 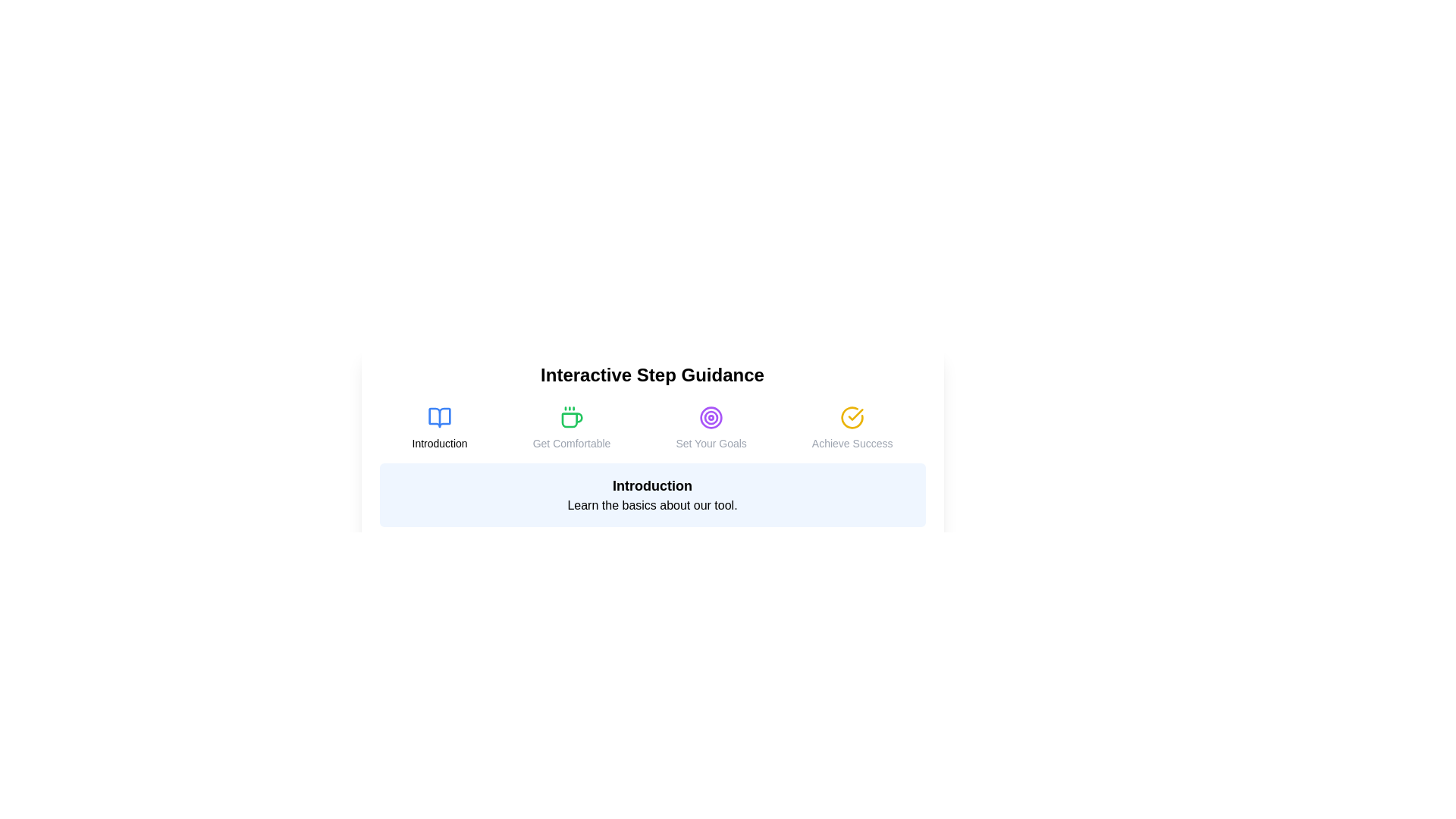 I want to click on the second concentric circle within the multi-layered SVG icon, which serves as a decorative layer representing a target or focus visual metaphor, so click(x=711, y=418).